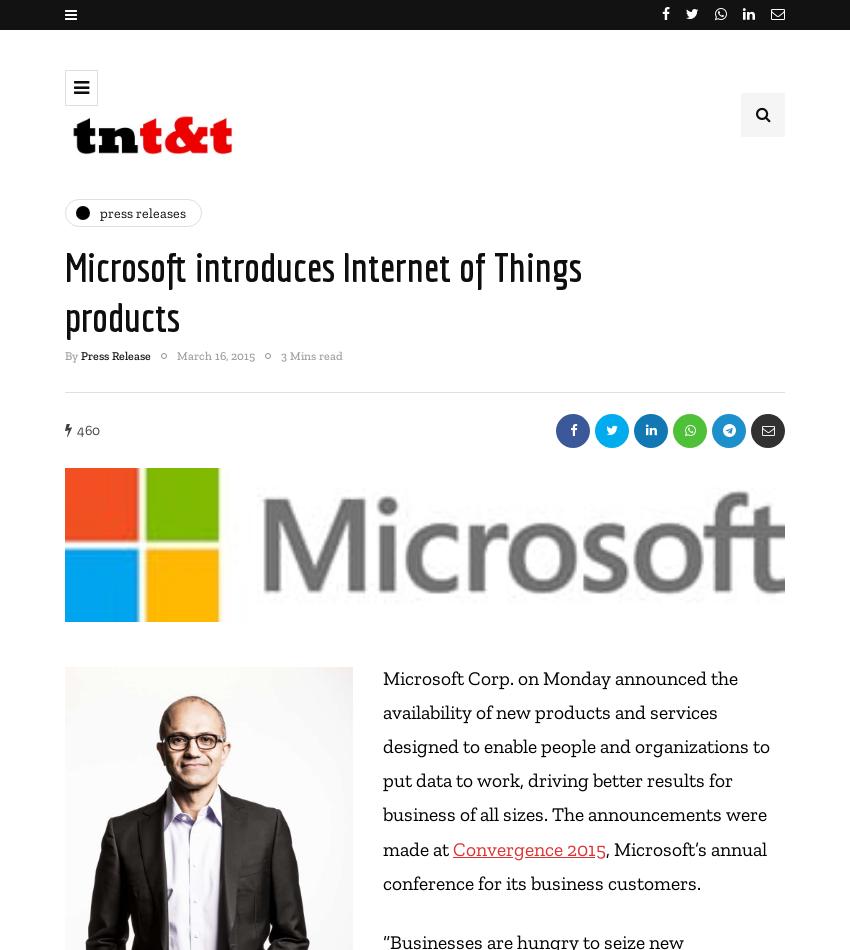 The image size is (850, 950). Describe the element at coordinates (73, 354) in the screenshot. I see `'By'` at that location.